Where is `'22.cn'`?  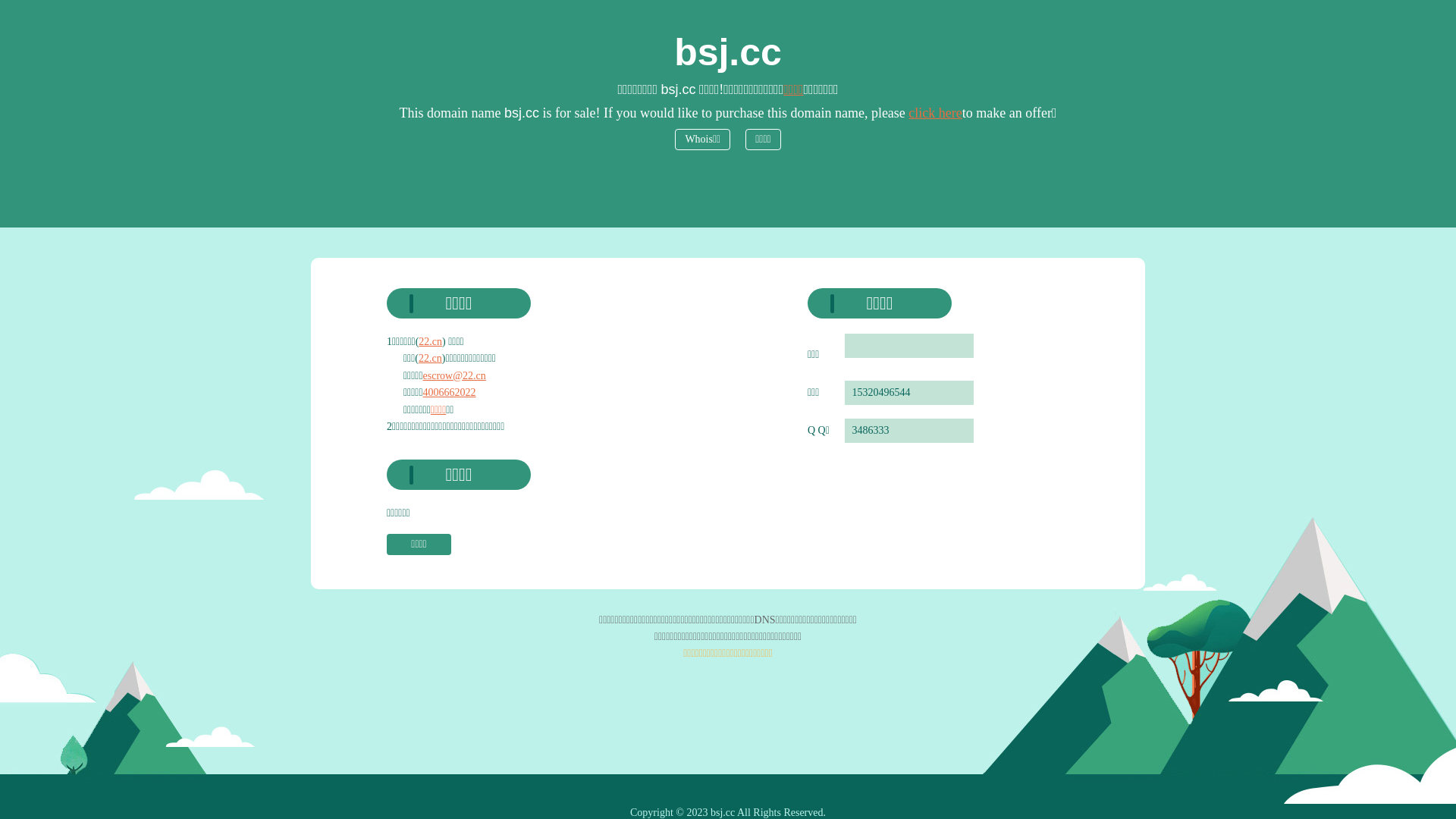 '22.cn' is located at coordinates (429, 358).